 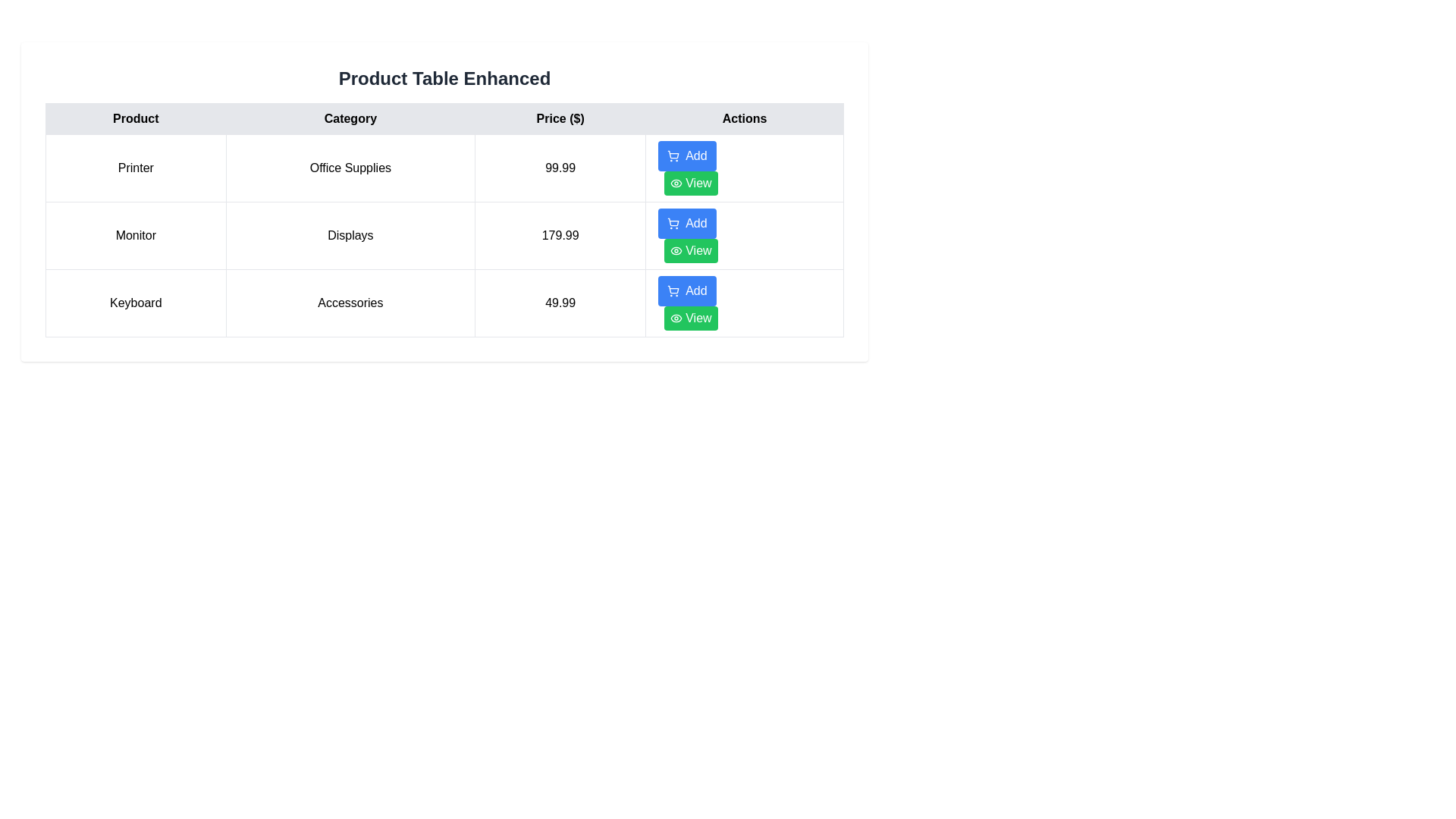 What do you see at coordinates (690, 318) in the screenshot?
I see `the second button in the 'Actions' column of the third row of the table` at bounding box center [690, 318].